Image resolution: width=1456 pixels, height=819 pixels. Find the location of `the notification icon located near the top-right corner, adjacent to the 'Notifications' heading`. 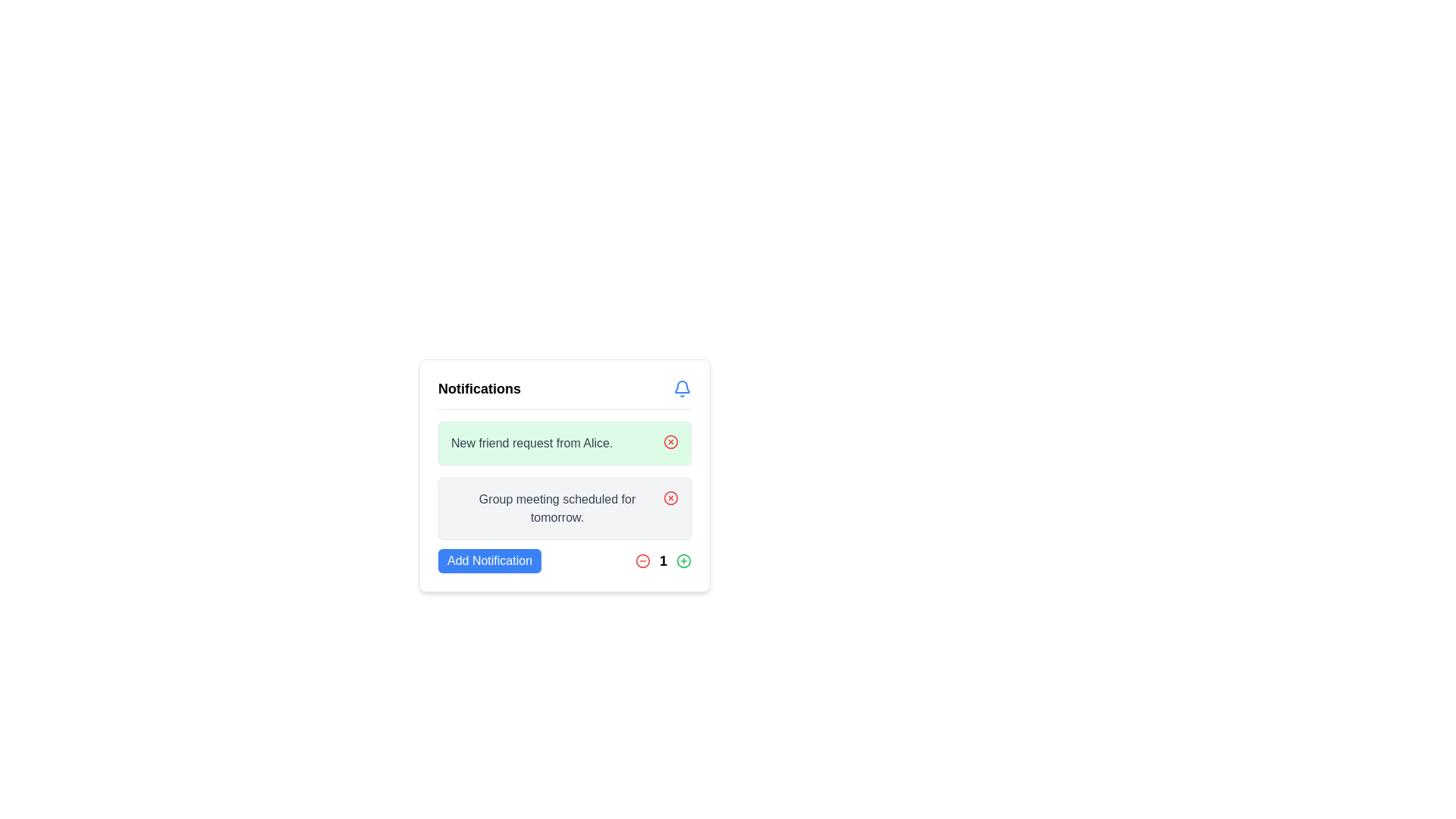

the notification icon located near the top-right corner, adjacent to the 'Notifications' heading is located at coordinates (682, 388).